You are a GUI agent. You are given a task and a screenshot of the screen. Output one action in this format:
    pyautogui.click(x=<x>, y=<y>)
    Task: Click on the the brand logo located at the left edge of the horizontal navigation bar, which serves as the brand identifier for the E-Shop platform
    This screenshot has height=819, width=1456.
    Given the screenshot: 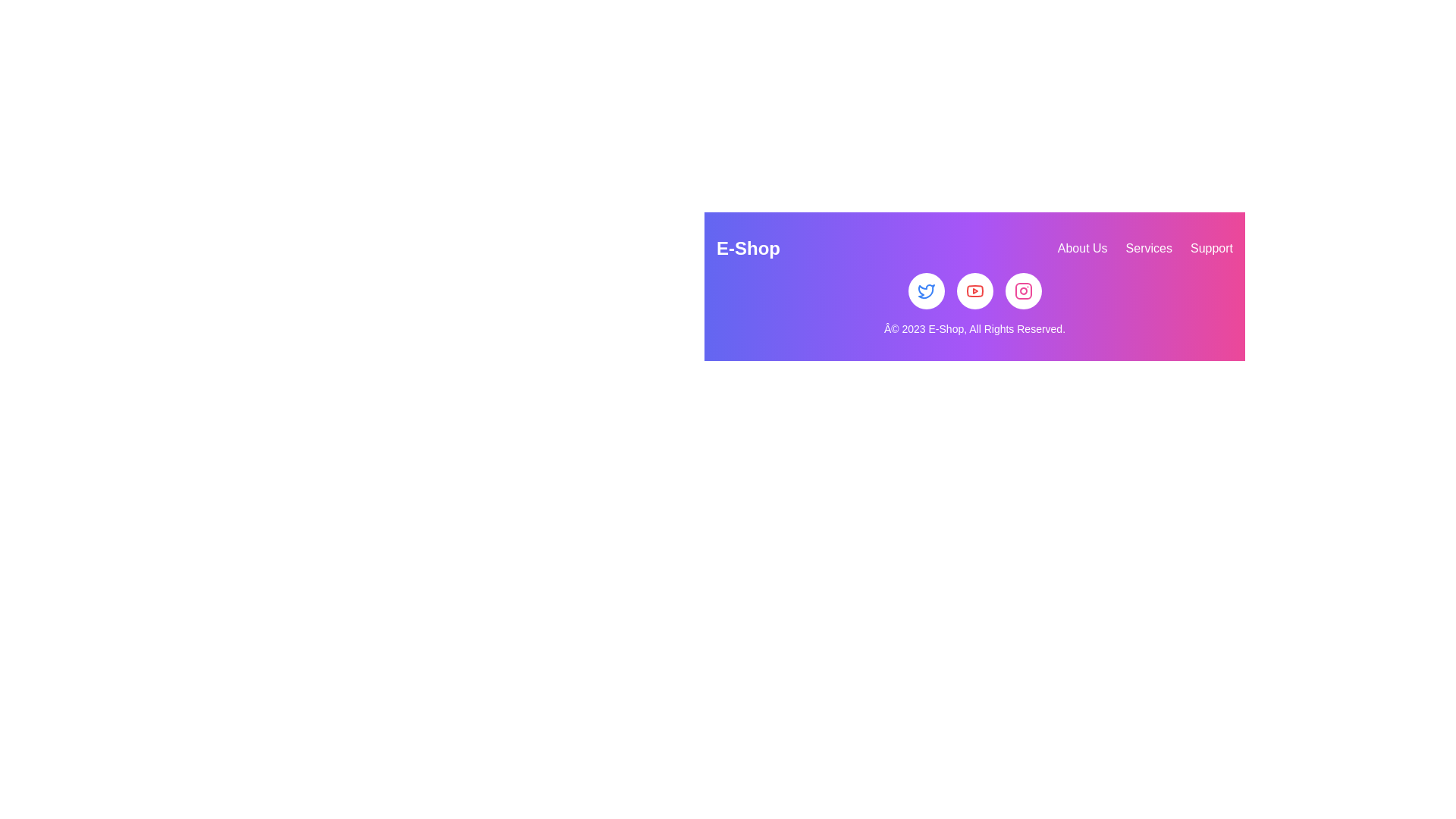 What is the action you would take?
    pyautogui.click(x=748, y=247)
    